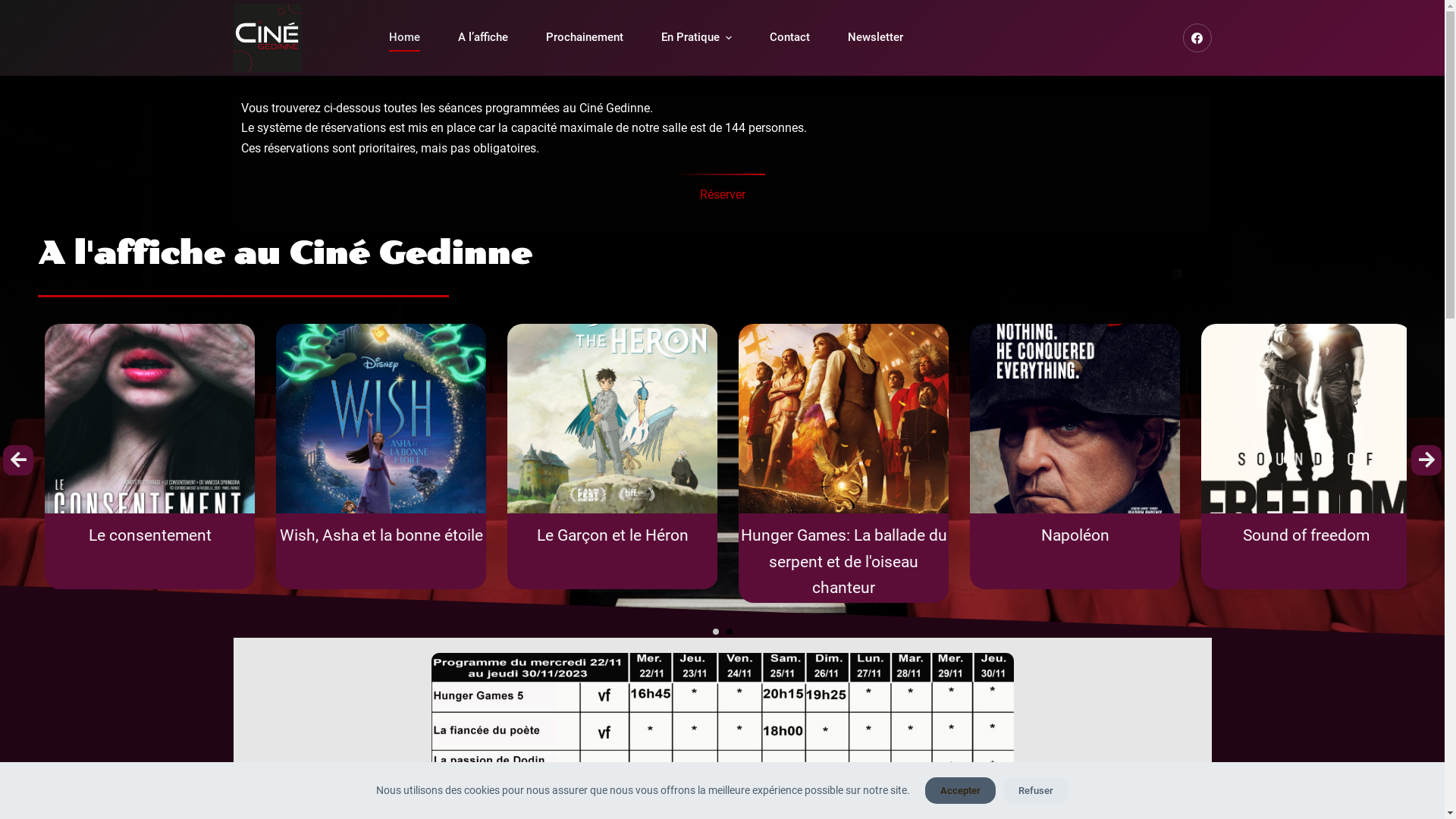  Describe the element at coordinates (18, 459) in the screenshot. I see `'previous item'` at that location.